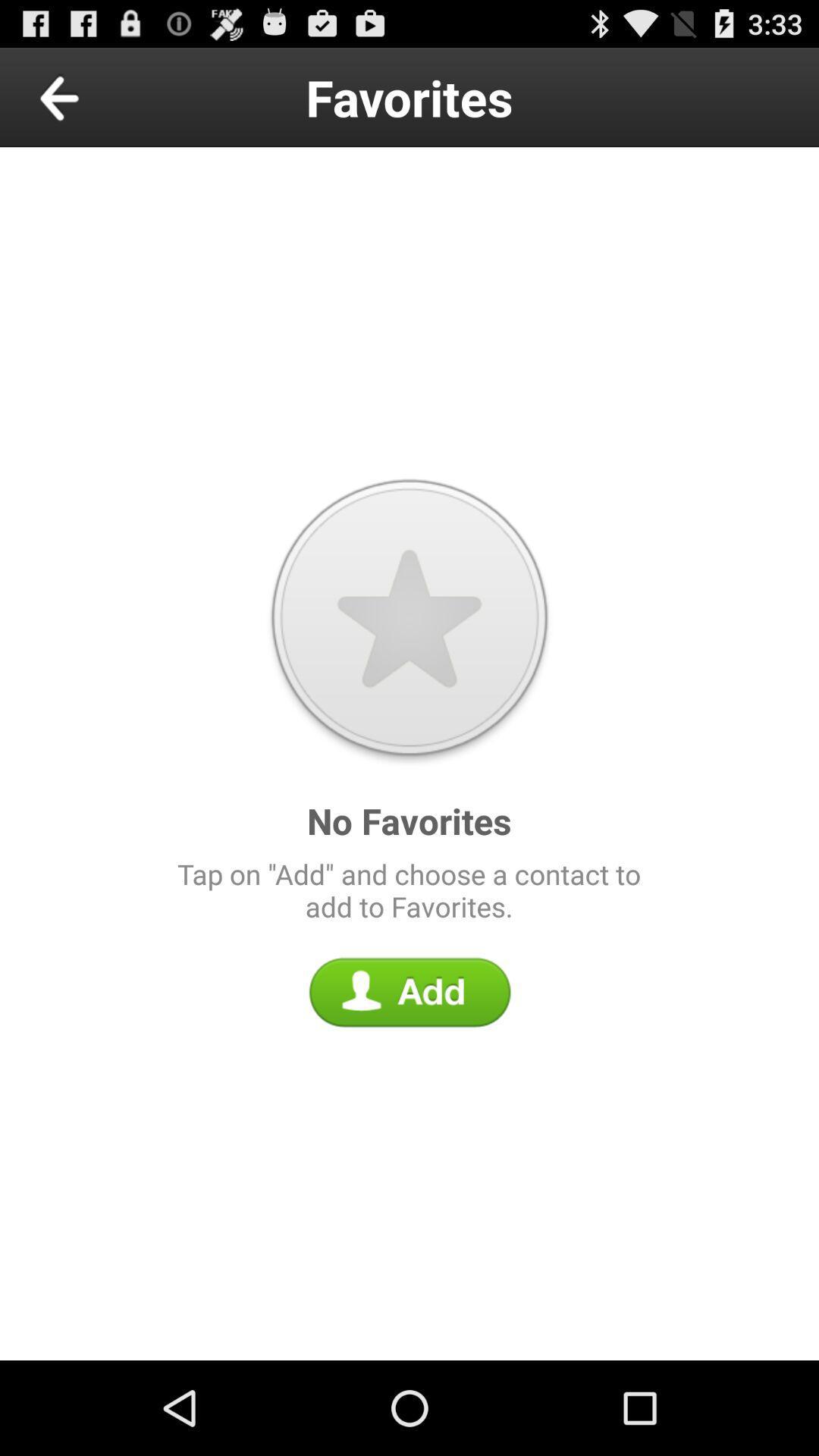 The height and width of the screenshot is (1456, 819). I want to click on the item at the bottom, so click(409, 992).